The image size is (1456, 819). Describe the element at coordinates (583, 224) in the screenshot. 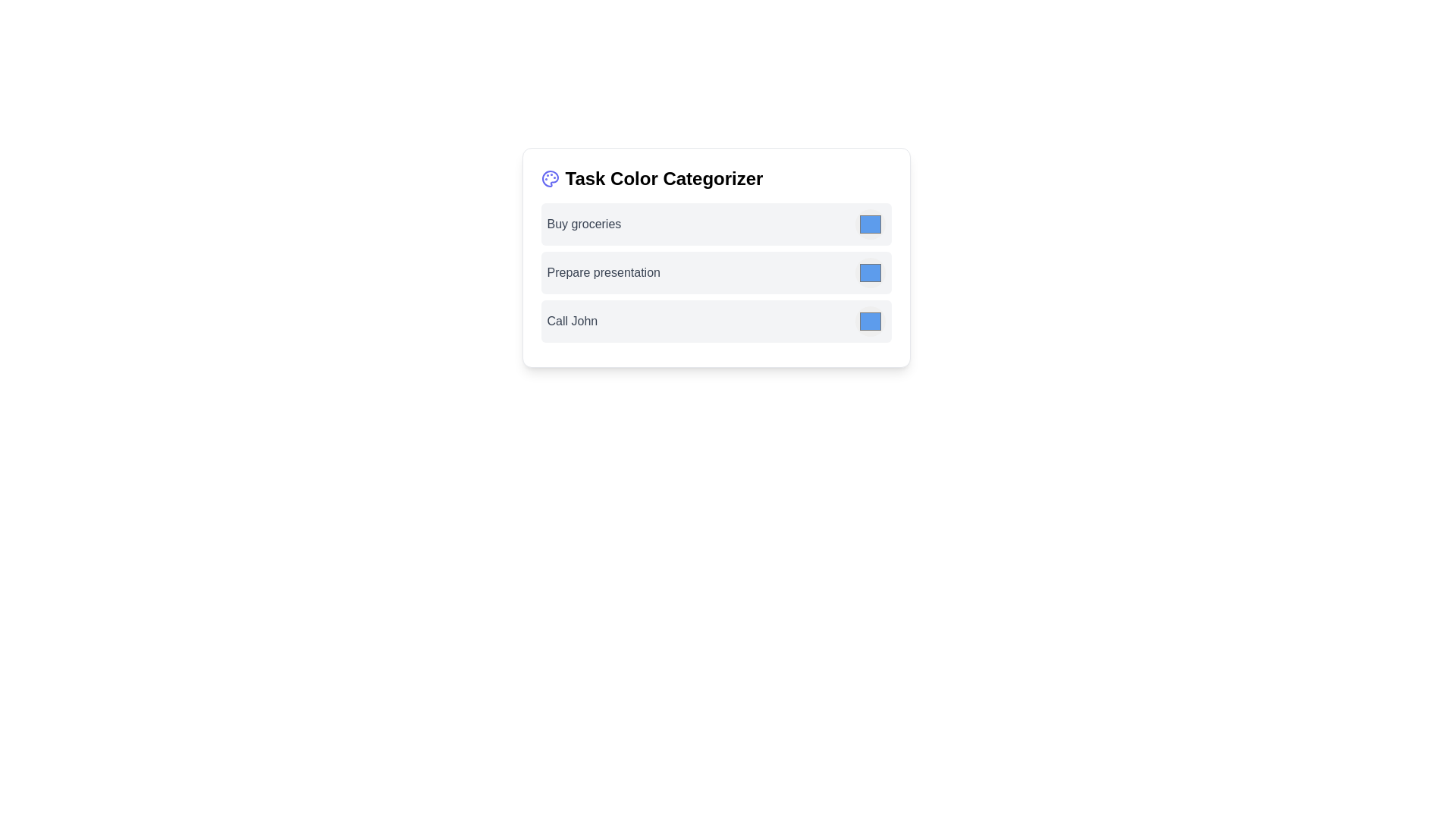

I see `the static text displaying 'Buy groceries' that is styled in gray color and located near the top of a horizontal panel with a light gray background` at that location.